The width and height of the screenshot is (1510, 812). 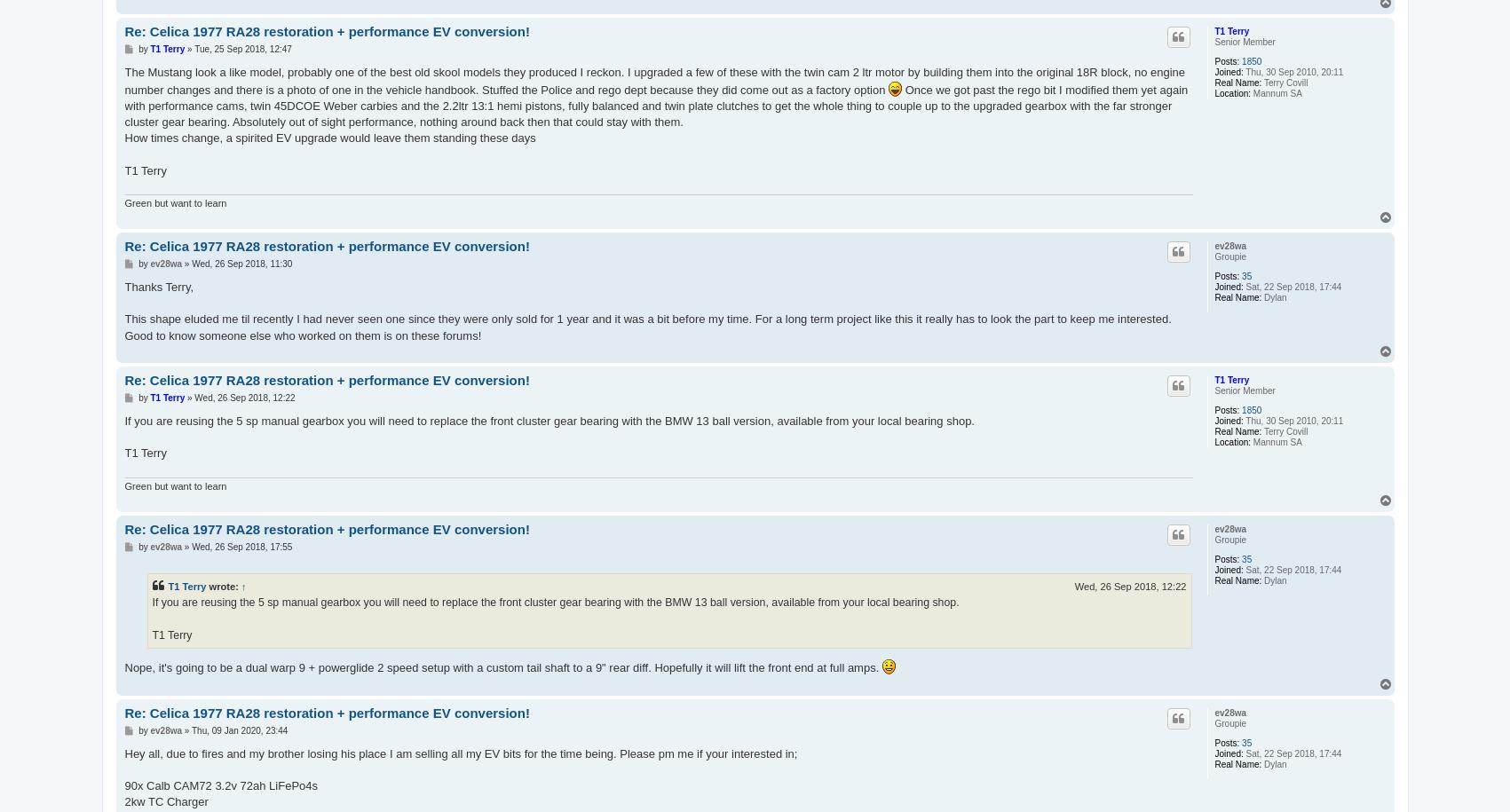 What do you see at coordinates (647, 326) in the screenshot?
I see `'This shape eluded me til recently I had never seen one since they were only sold for 1 year and it was a bit before my time. For a long term project like this it really has to look the part to keep me interested. Good to know someone else who worked on them is on these forums!'` at bounding box center [647, 326].